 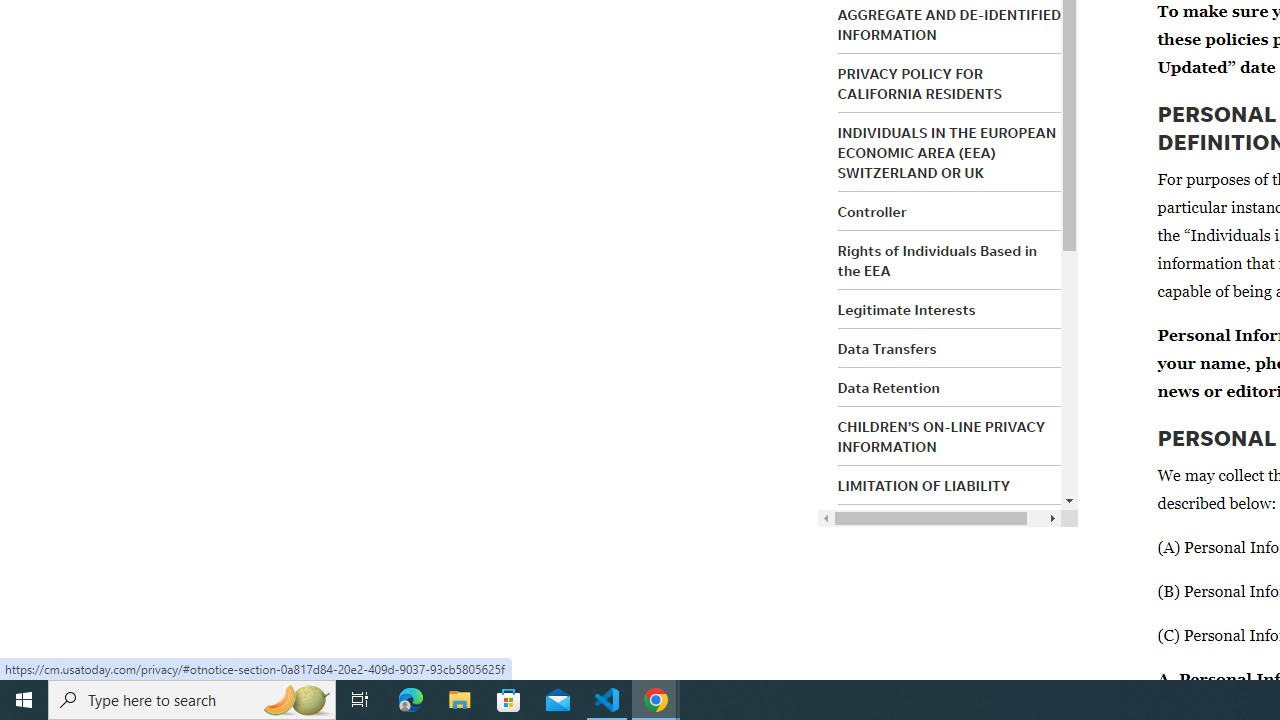 I want to click on 'Legitimate Interests', so click(x=905, y=309).